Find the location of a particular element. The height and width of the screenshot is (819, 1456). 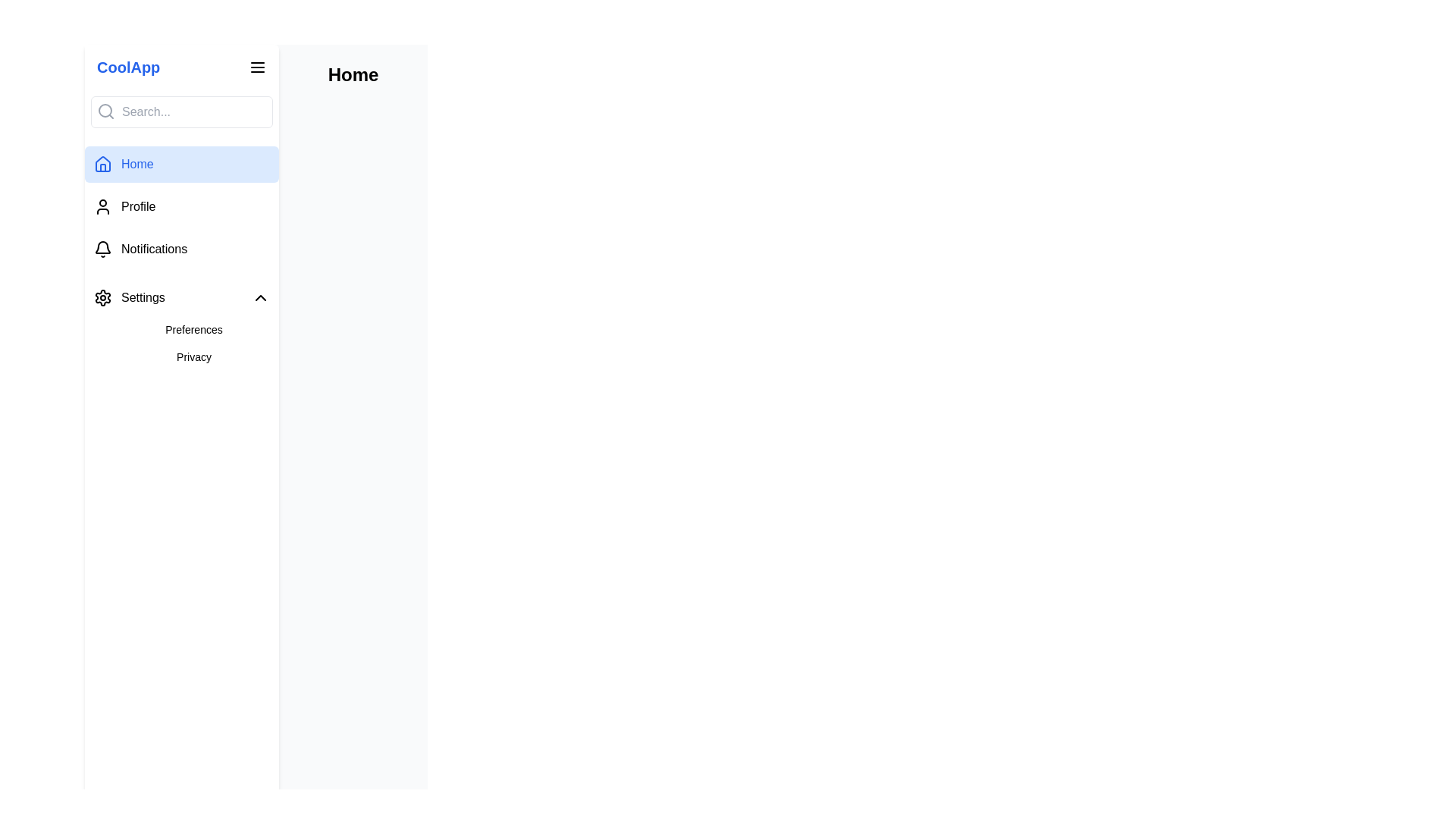

the 'Settings' menu item in the sidebar, located below 'Notifications' and above 'Preferences' and 'Privacy' is located at coordinates (129, 298).